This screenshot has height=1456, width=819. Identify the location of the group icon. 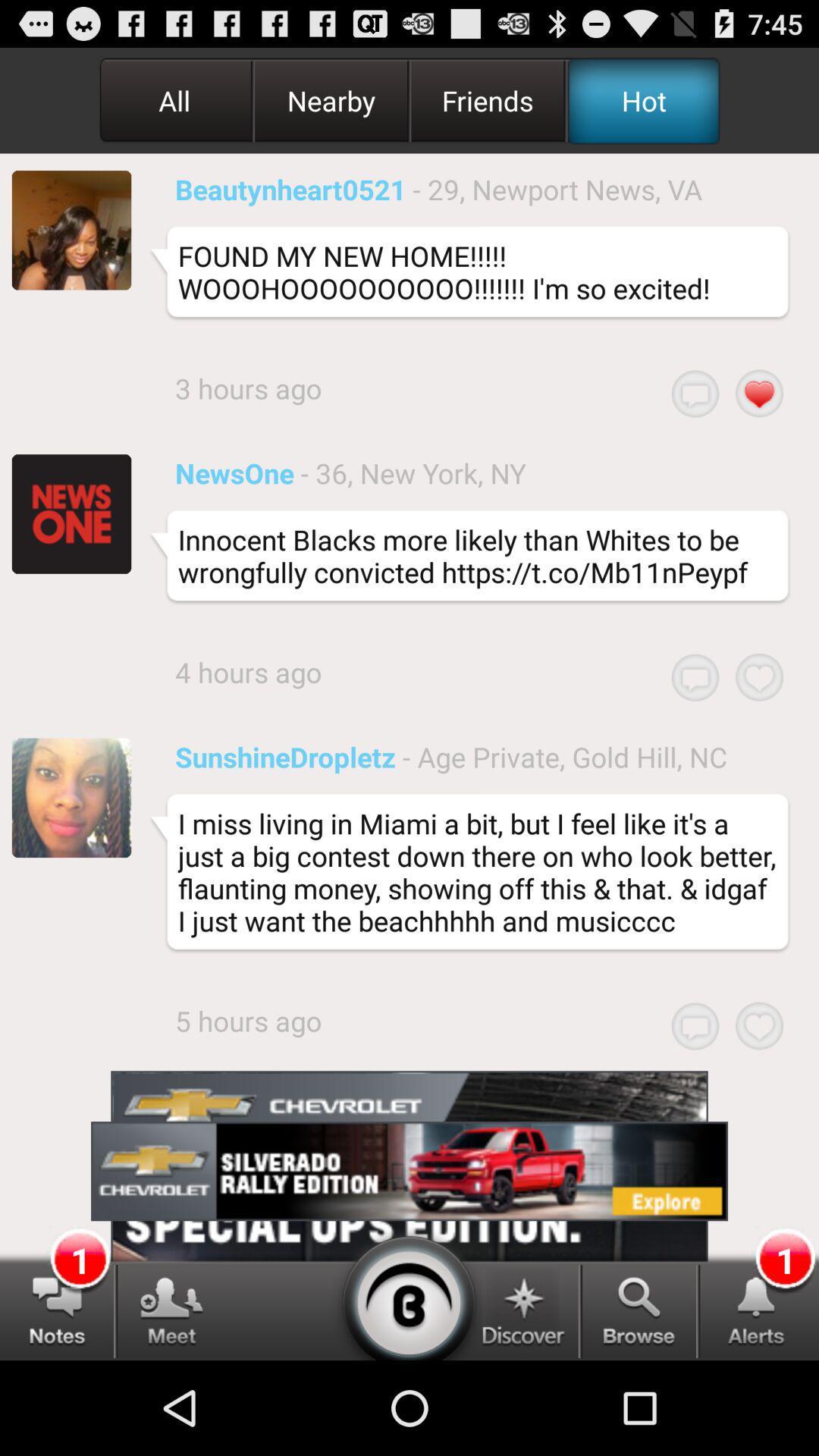
(174, 1401).